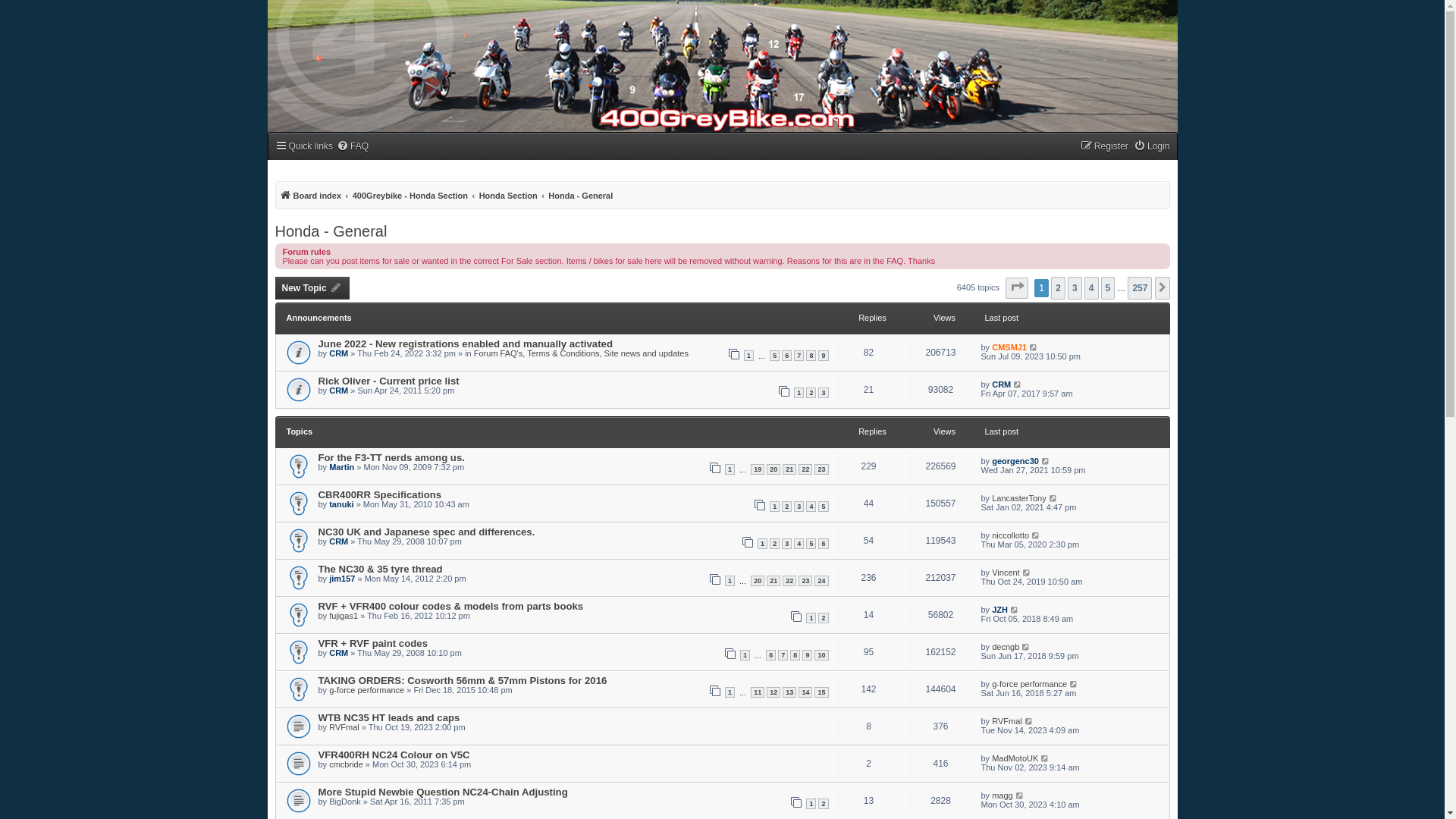 Image resolution: width=1456 pixels, height=819 pixels. What do you see at coordinates (1019, 497) in the screenshot?
I see `'LancasterTony'` at bounding box center [1019, 497].